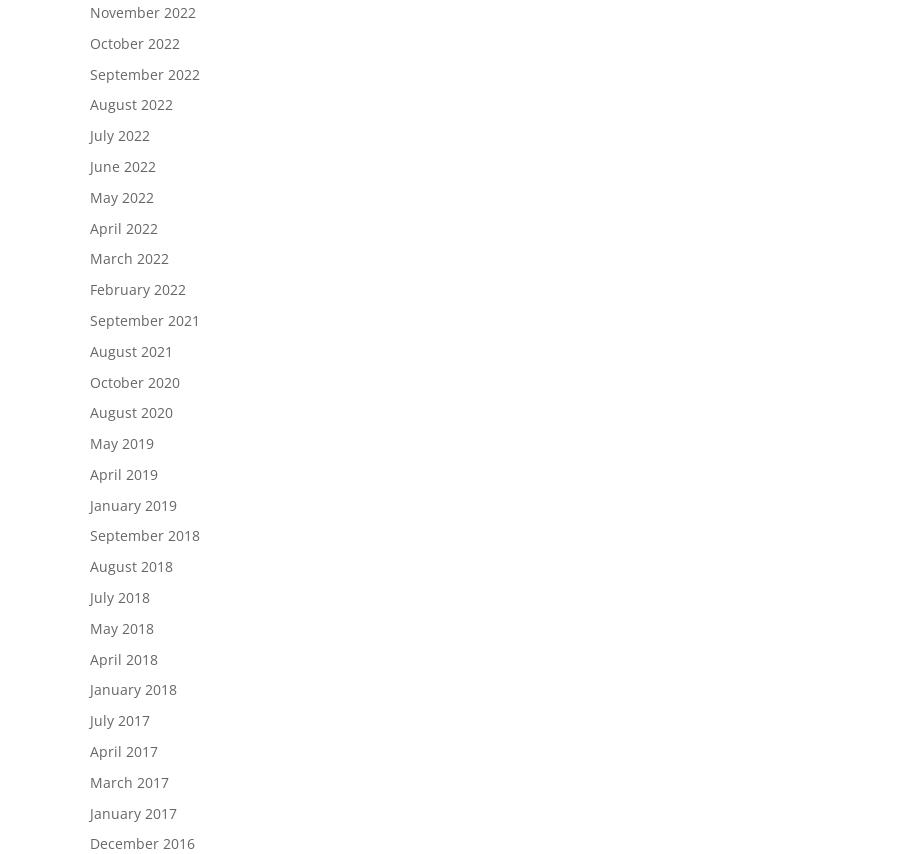 This screenshot has height=854, width=900. Describe the element at coordinates (89, 227) in the screenshot. I see `'April 2022'` at that location.